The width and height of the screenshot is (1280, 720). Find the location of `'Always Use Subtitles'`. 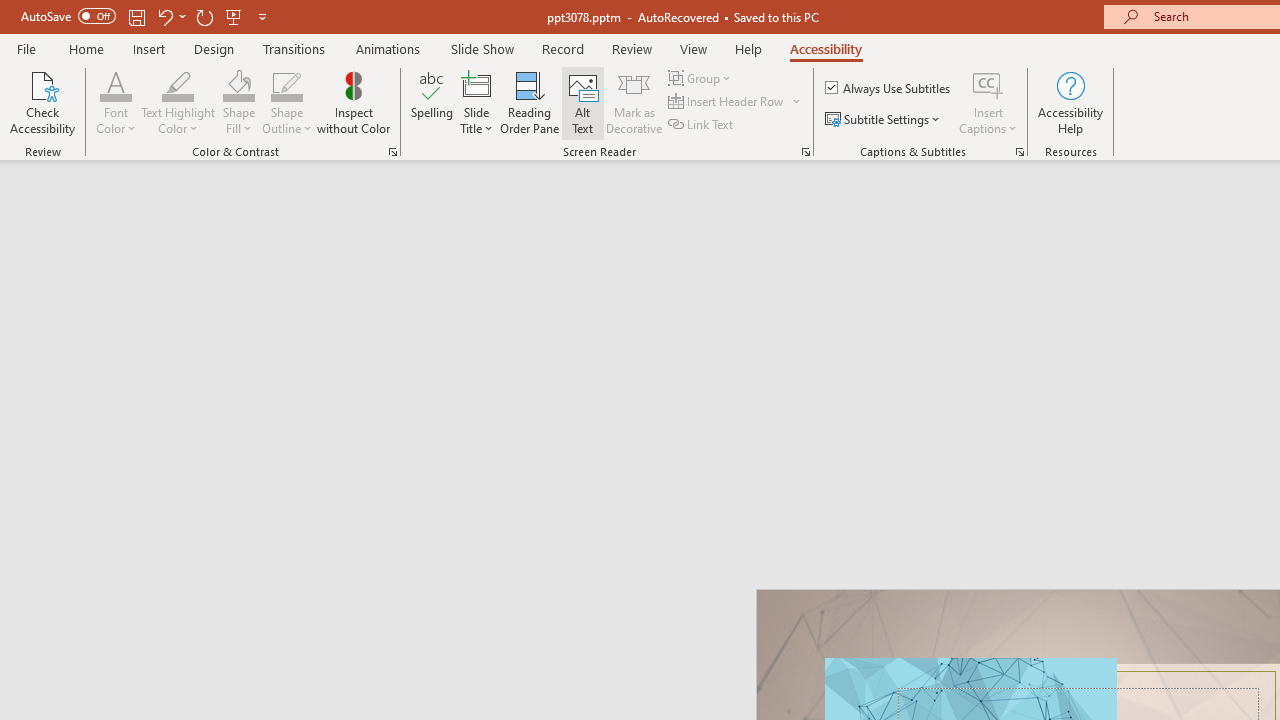

'Always Use Subtitles' is located at coordinates (888, 86).